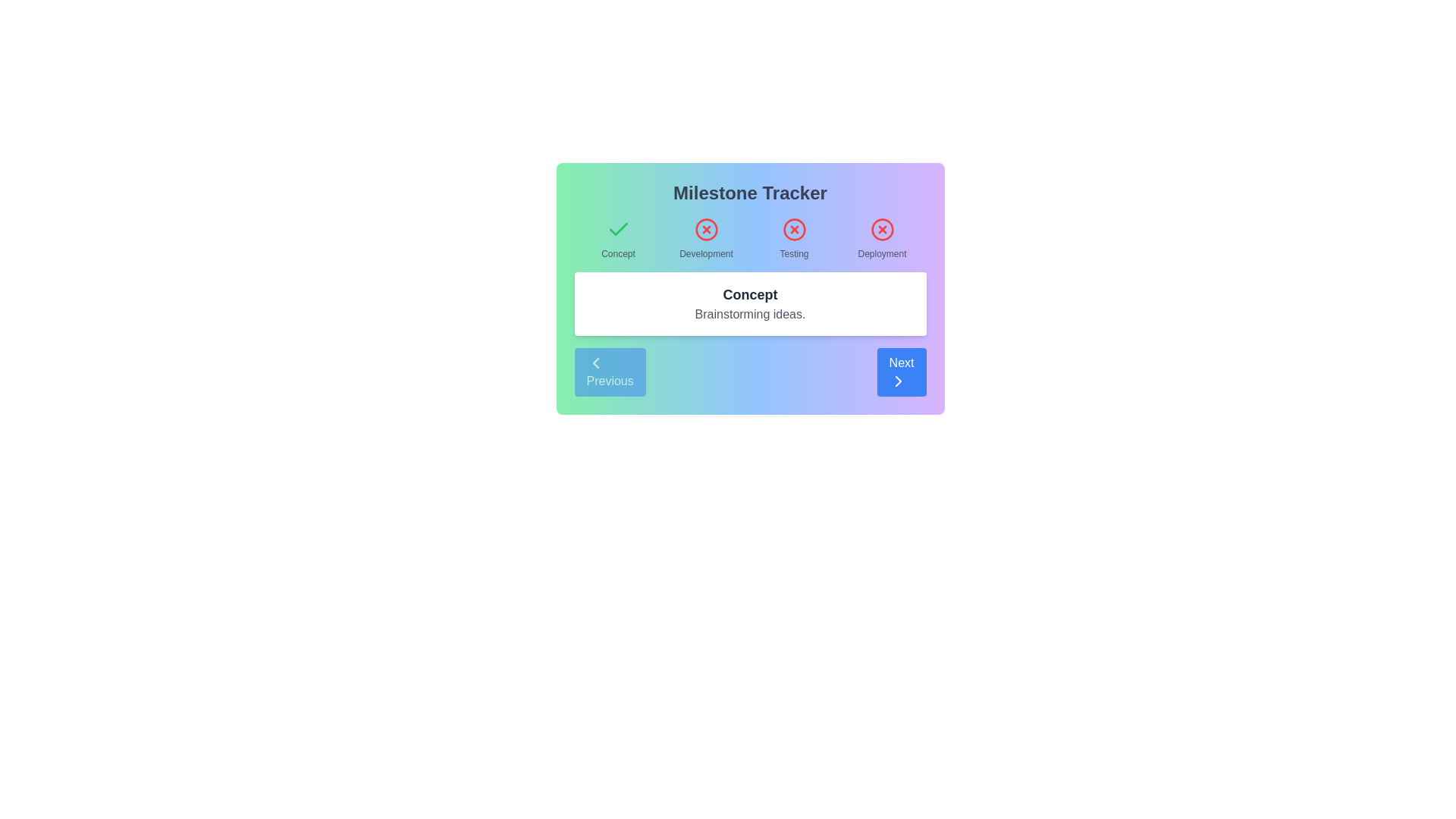  What do you see at coordinates (793, 230) in the screenshot?
I see `the status of the circular red 'X' icon located centrally in the upper section of the interface within the 'Testing' section of the progress tracker` at bounding box center [793, 230].